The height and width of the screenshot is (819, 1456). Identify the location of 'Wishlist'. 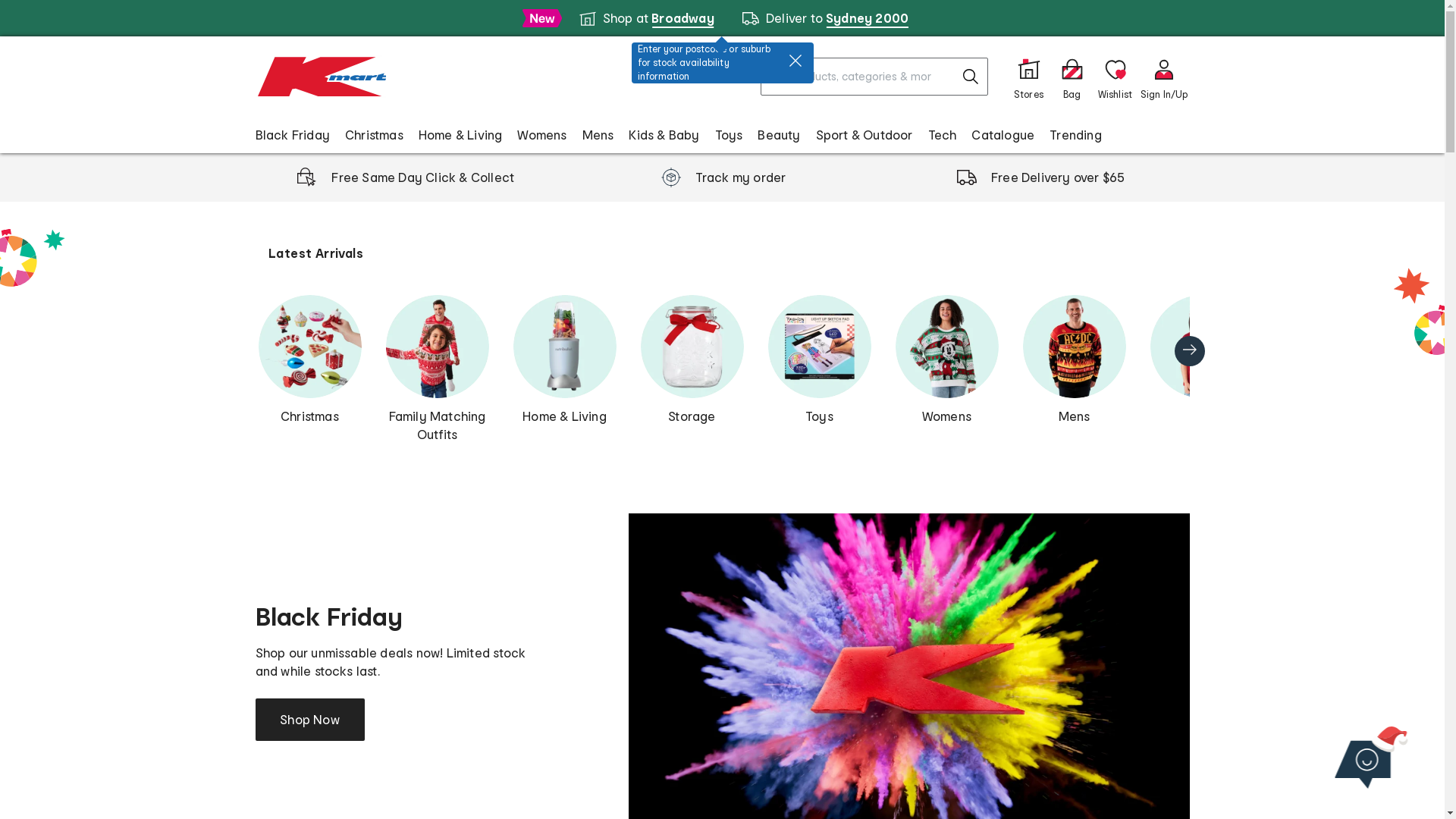
(1114, 76).